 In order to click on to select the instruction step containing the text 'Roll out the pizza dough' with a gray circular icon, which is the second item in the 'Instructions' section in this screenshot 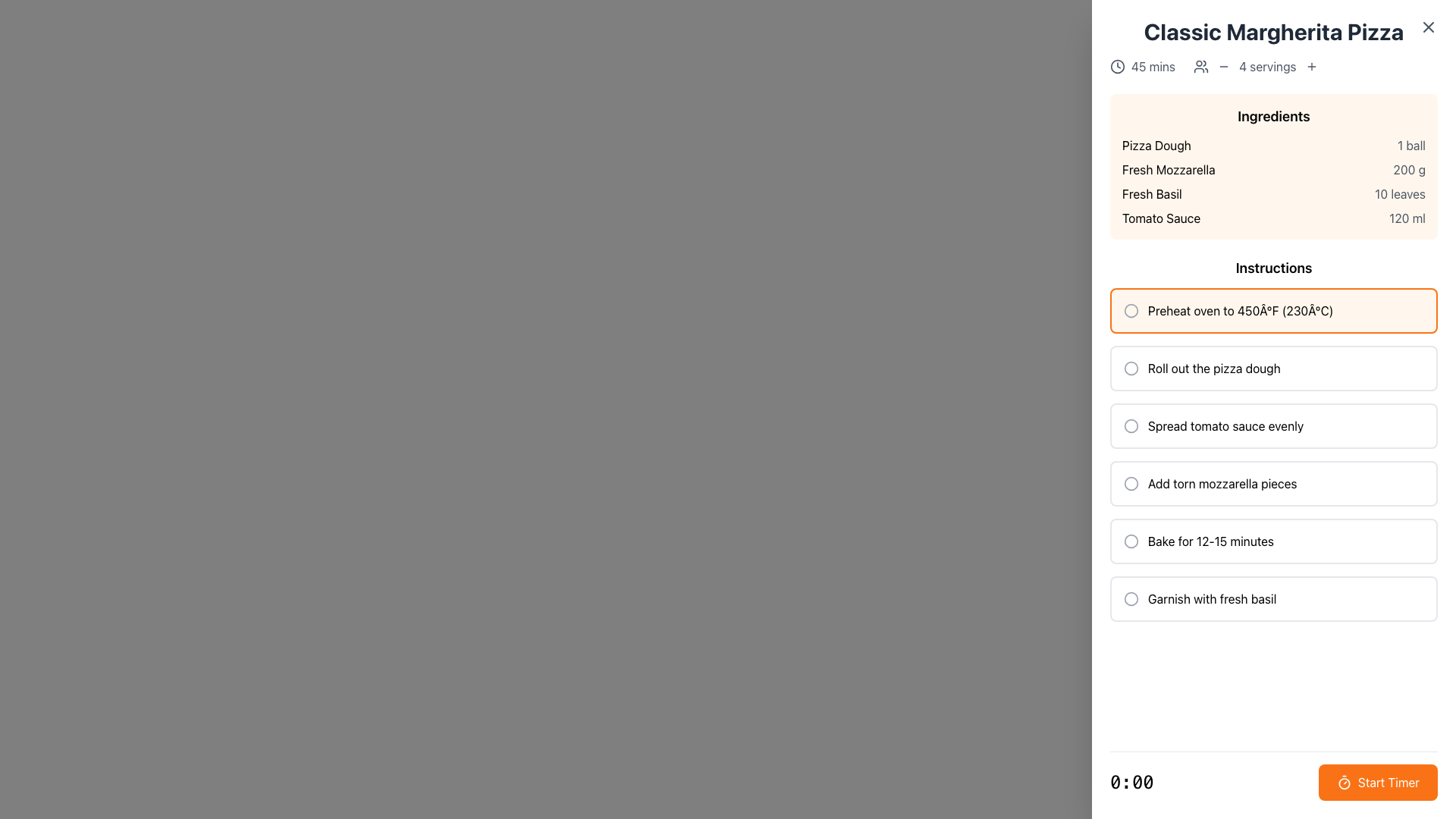, I will do `click(1274, 369)`.